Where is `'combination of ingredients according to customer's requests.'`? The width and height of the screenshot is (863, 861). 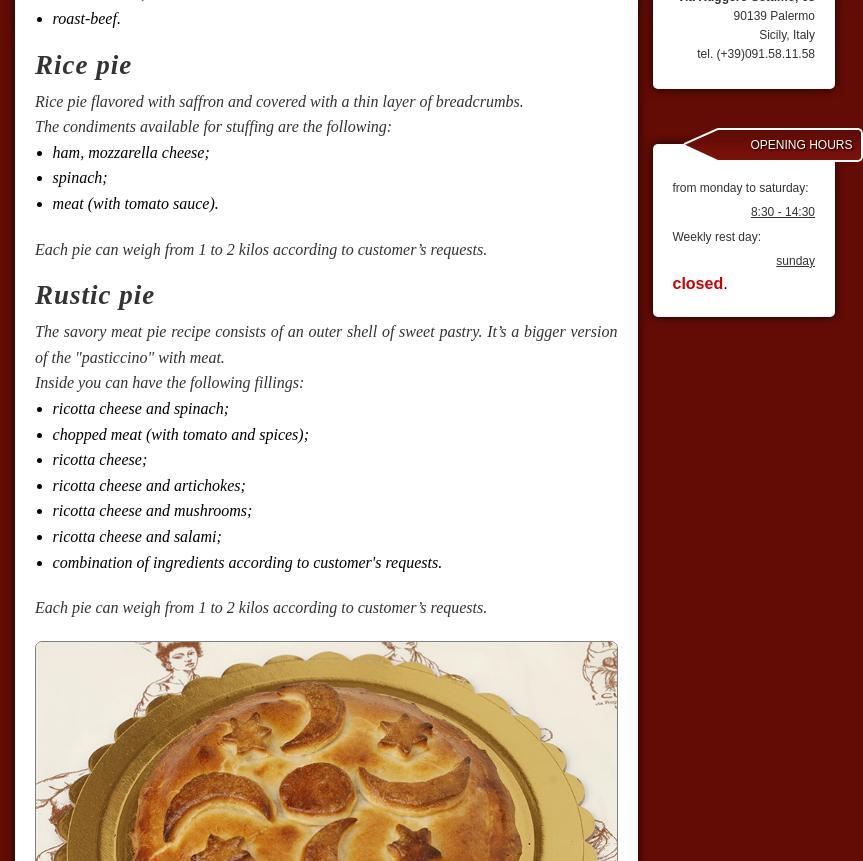 'combination of ingredients according to customer's requests.' is located at coordinates (246, 560).